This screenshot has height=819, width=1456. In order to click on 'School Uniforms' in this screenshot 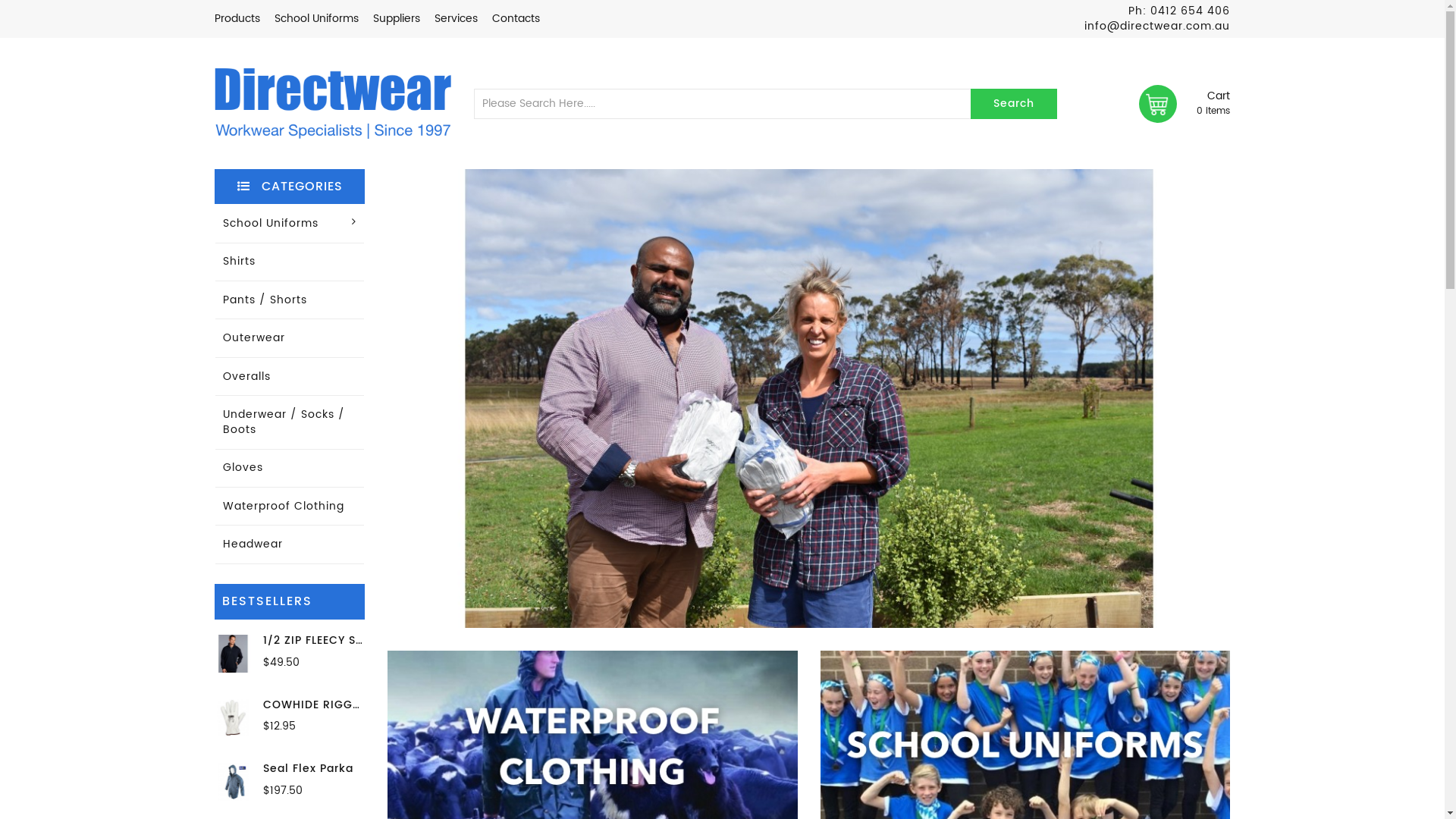, I will do `click(290, 223)`.